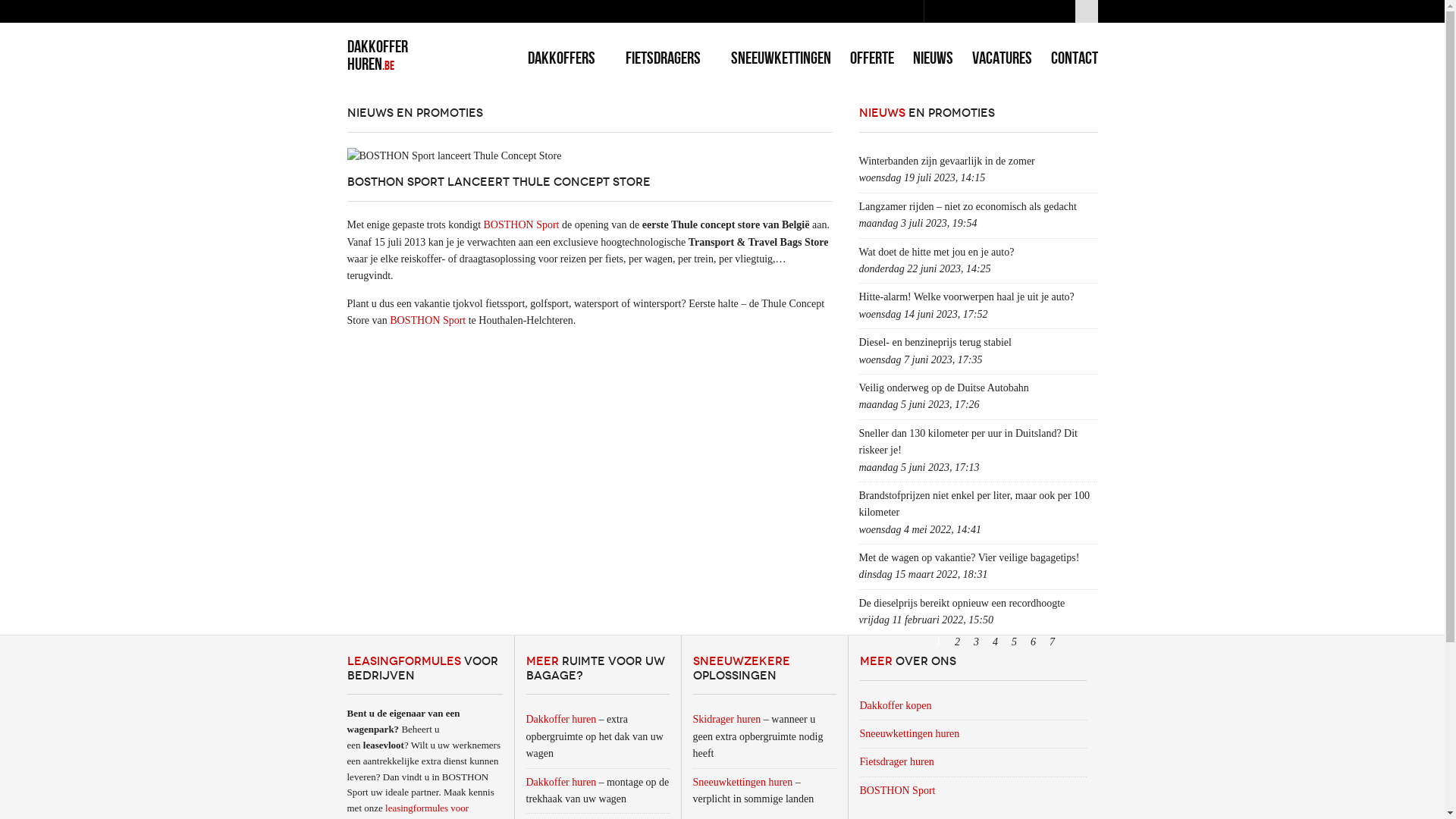 The image size is (1456, 819). I want to click on 'Sneeuwkettingen huren', so click(913, 733).